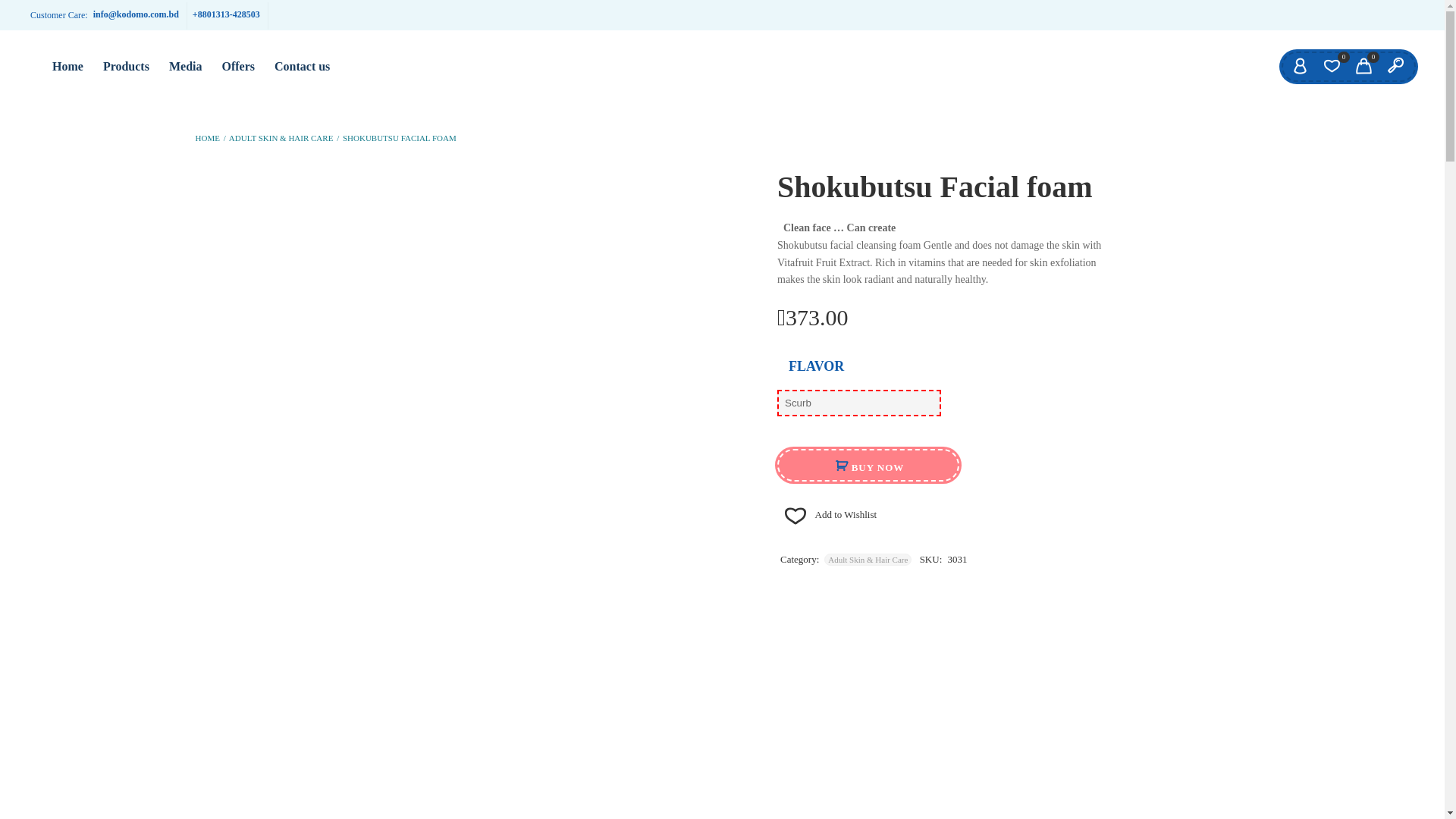 The height and width of the screenshot is (819, 1456). Describe the element at coordinates (1363, 66) in the screenshot. I see `'0'` at that location.